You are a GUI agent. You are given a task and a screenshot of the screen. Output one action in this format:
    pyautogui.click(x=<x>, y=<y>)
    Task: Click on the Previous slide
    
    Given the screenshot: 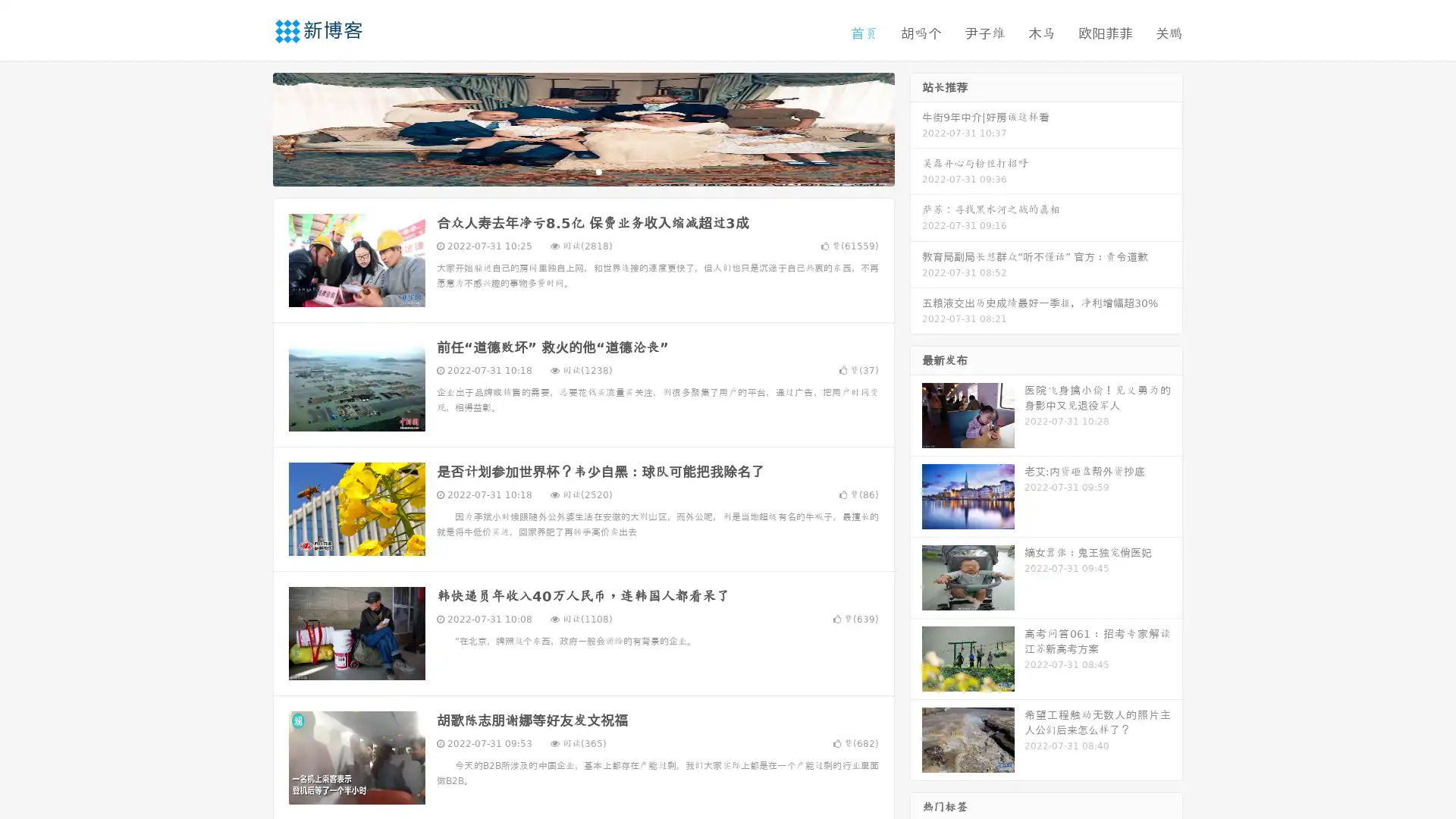 What is the action you would take?
    pyautogui.click(x=250, y=127)
    